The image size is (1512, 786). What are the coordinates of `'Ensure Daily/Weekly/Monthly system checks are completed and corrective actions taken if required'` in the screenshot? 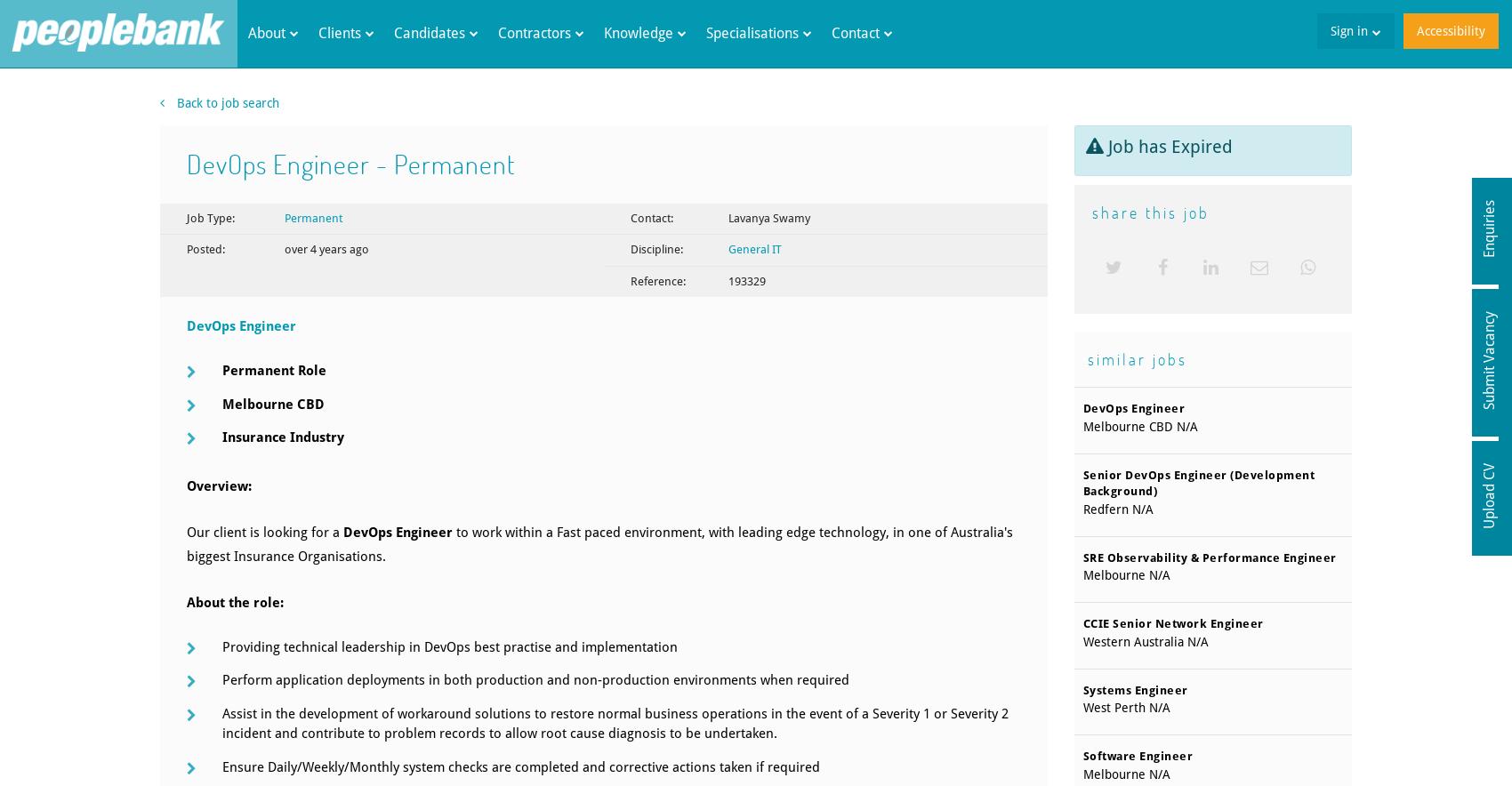 It's located at (519, 765).